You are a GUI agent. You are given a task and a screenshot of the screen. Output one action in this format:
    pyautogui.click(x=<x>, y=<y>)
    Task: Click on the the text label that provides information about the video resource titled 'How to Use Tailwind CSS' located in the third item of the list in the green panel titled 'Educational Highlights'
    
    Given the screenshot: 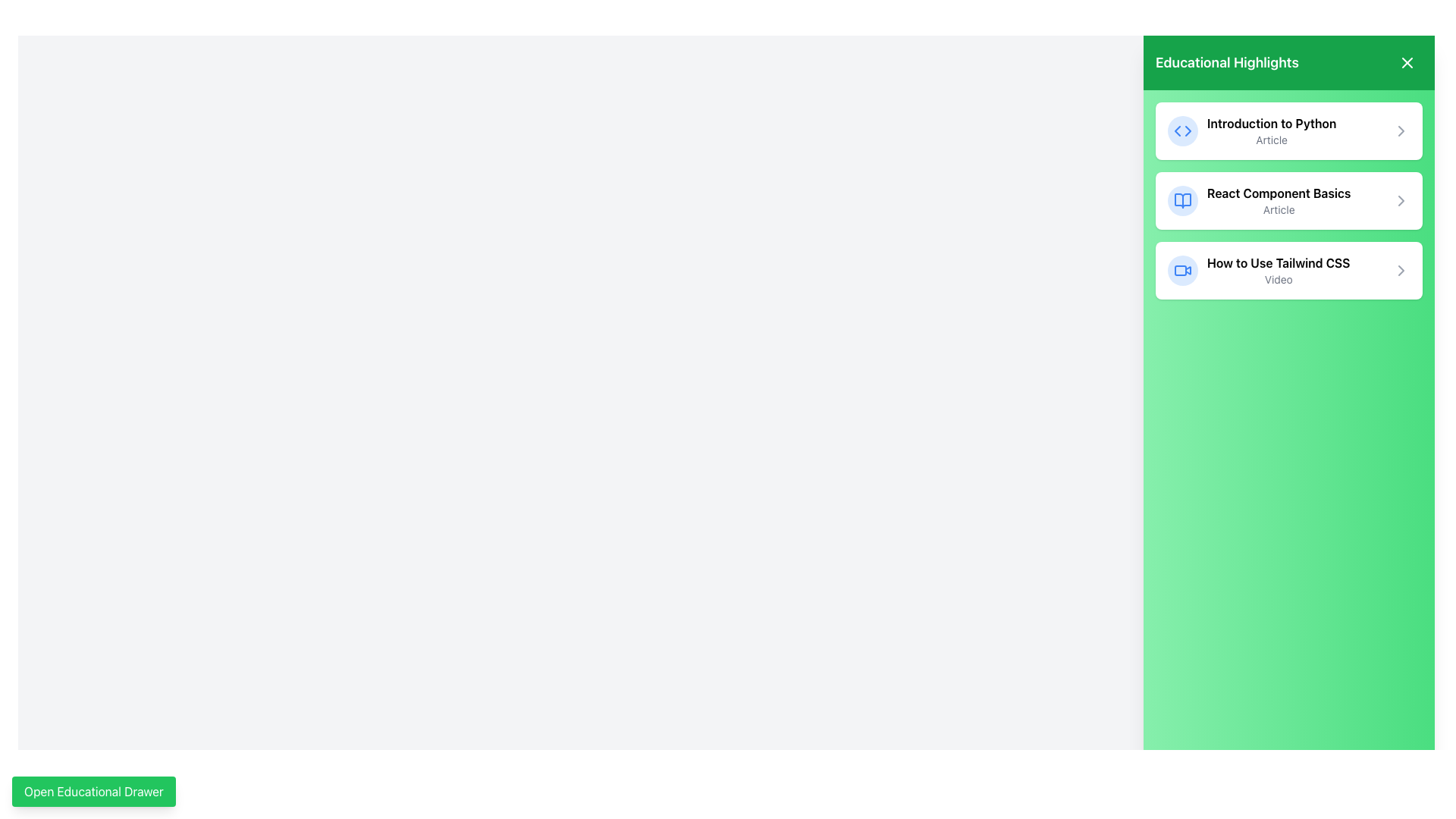 What is the action you would take?
    pyautogui.click(x=1278, y=270)
    